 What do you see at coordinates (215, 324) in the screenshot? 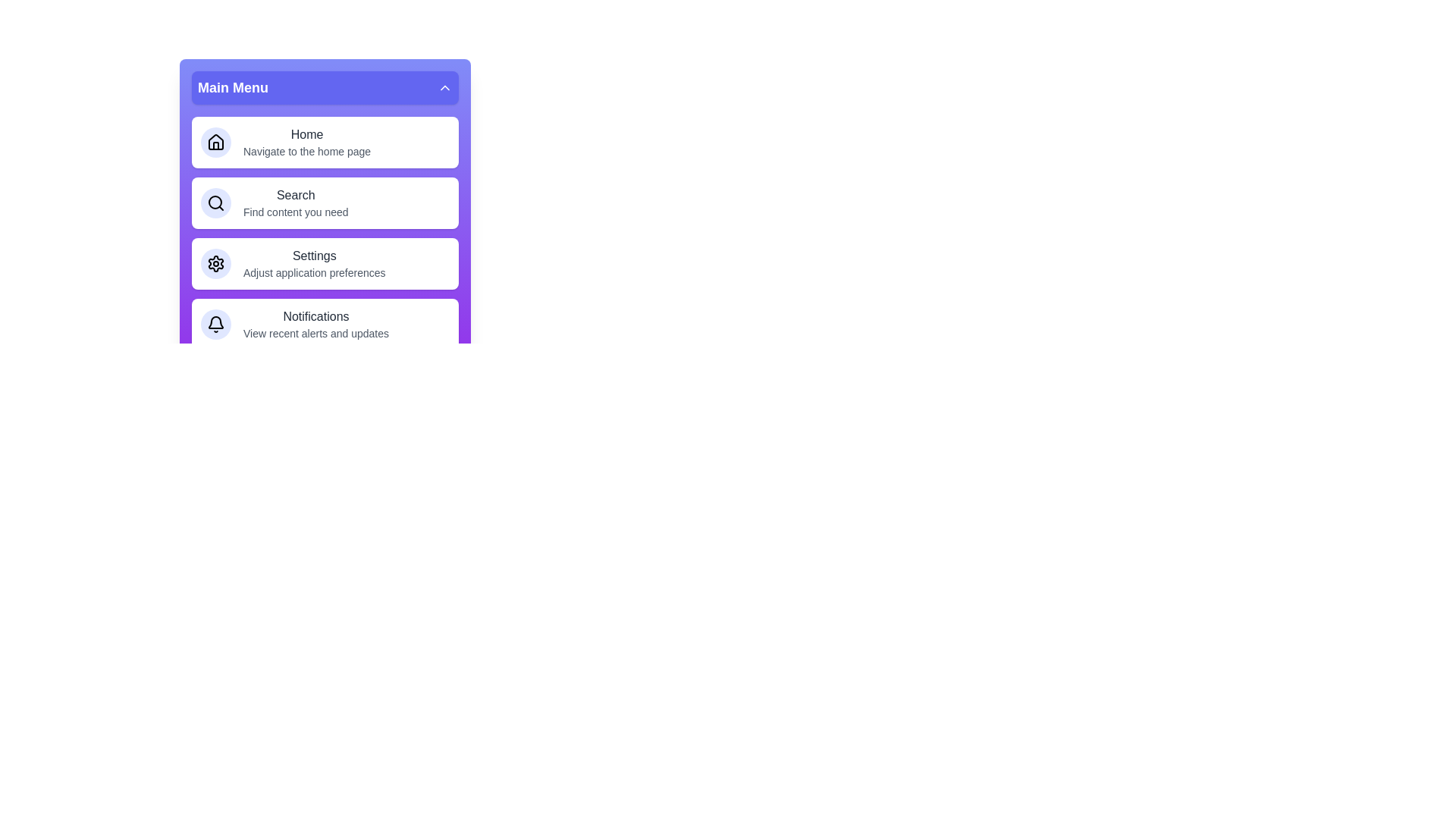
I see `the icon associated with the menu item Notifications` at bounding box center [215, 324].